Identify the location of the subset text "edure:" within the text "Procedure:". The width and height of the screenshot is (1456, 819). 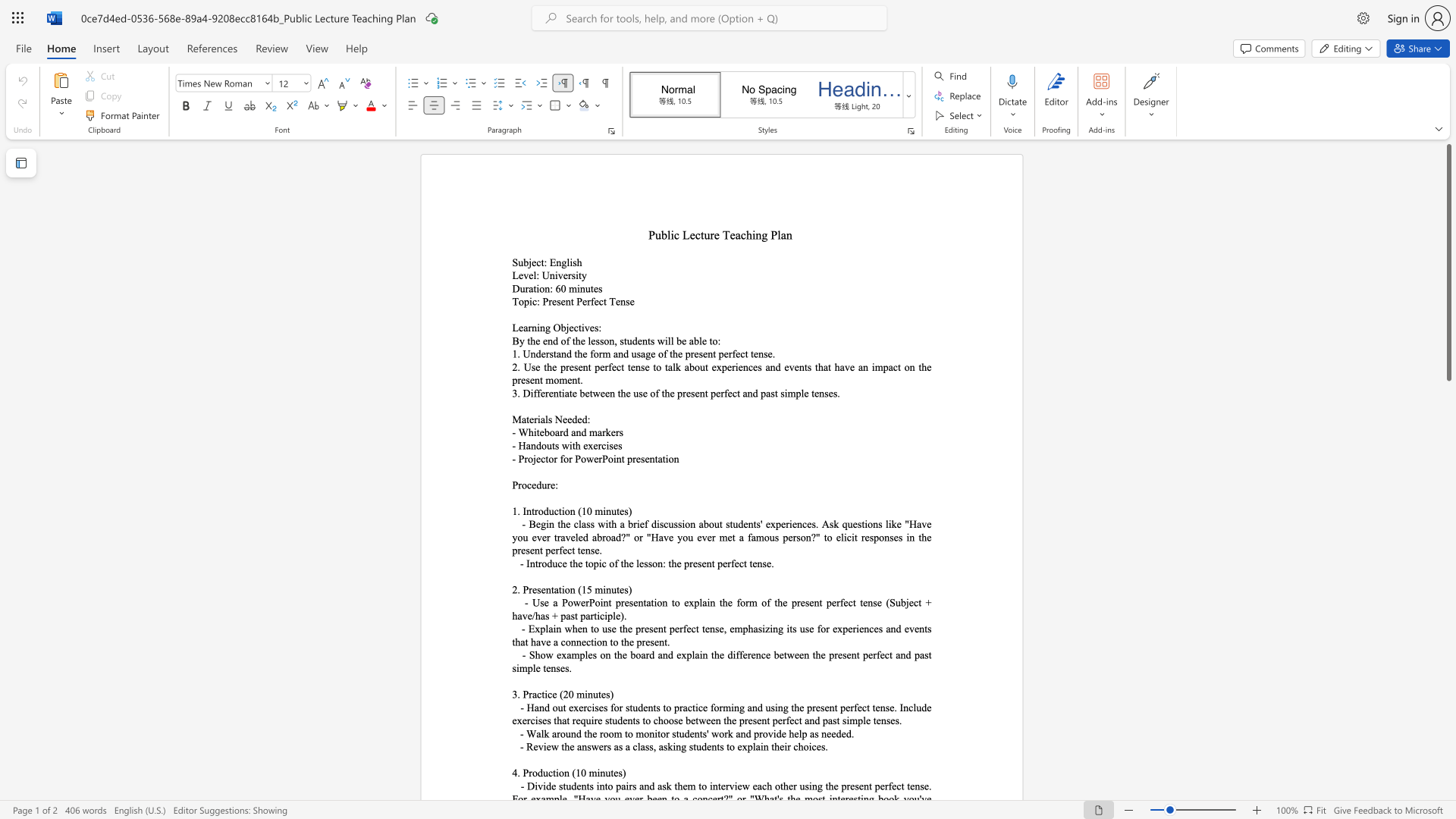
(532, 485).